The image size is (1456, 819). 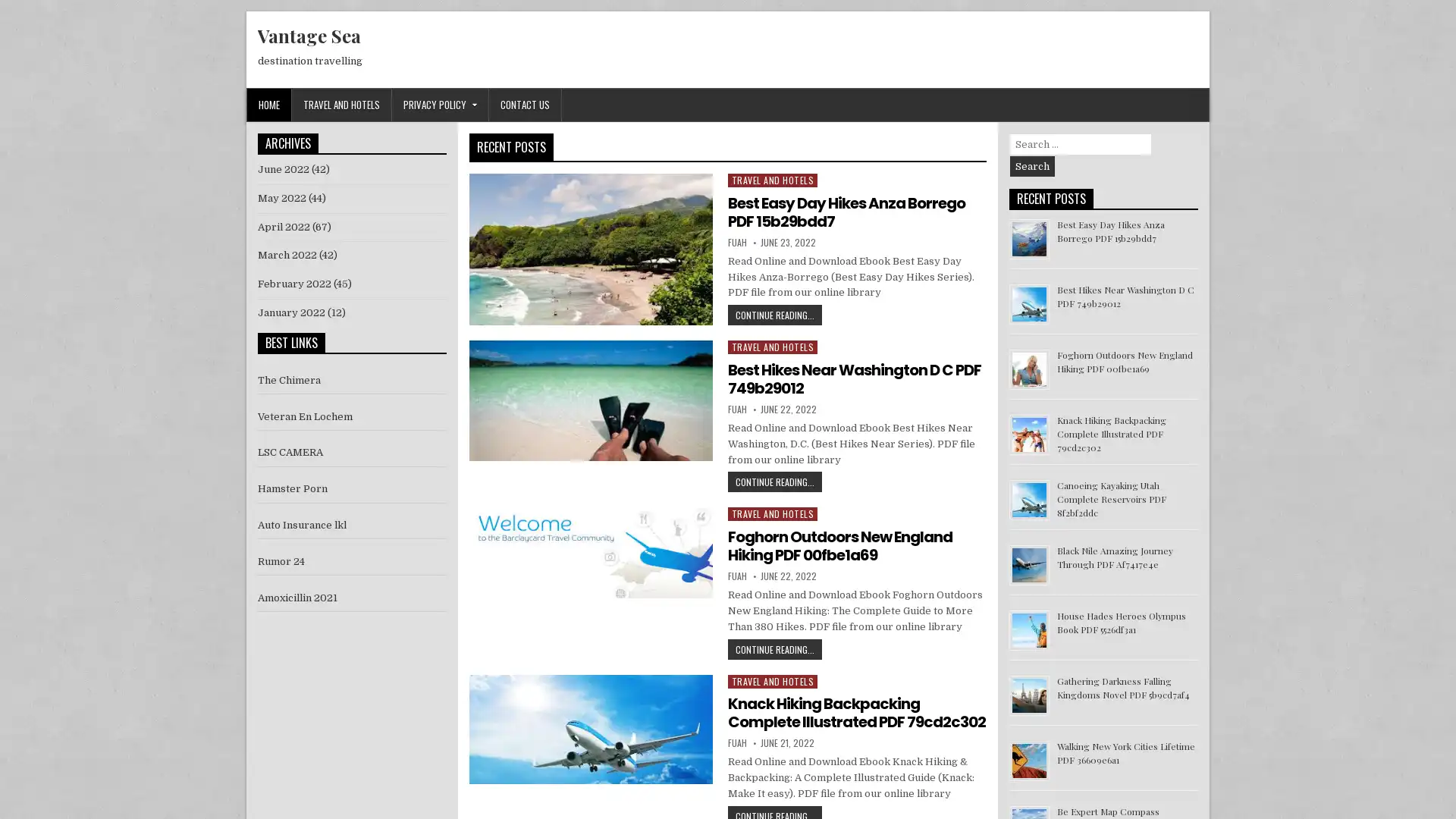 I want to click on Search, so click(x=1031, y=166).